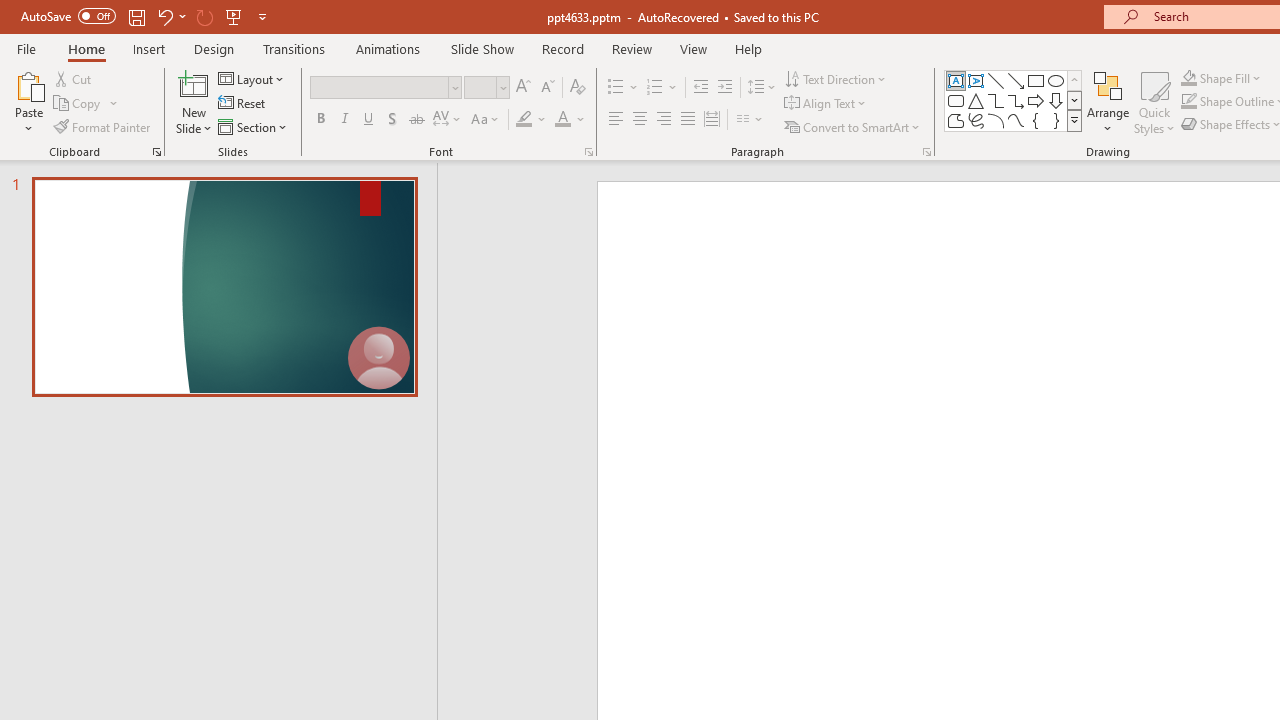 The image size is (1280, 720). I want to click on 'Shape Outline Dark Red, Accent 1', so click(1189, 101).